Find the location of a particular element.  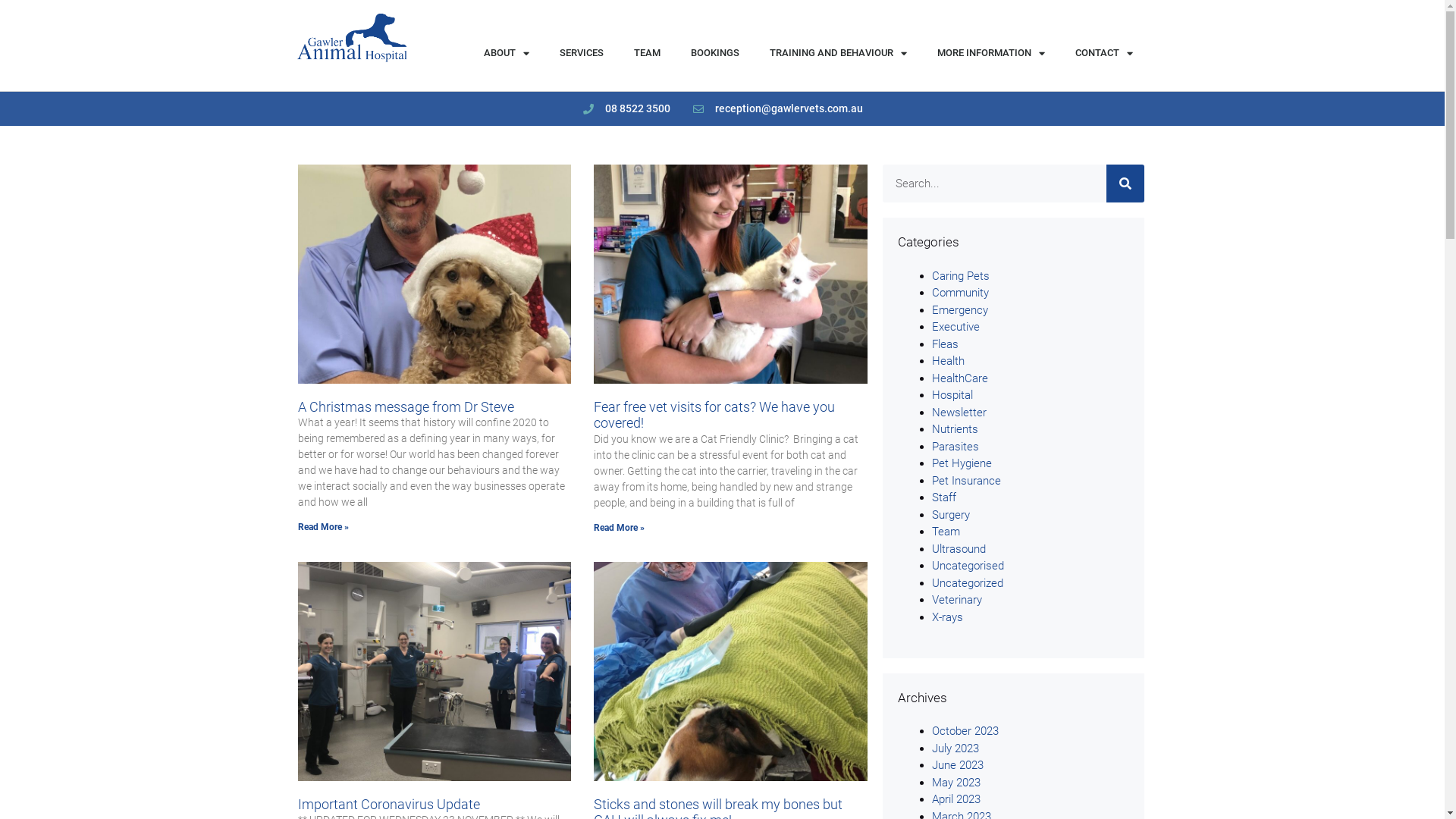

'HealthCare' is located at coordinates (959, 377).